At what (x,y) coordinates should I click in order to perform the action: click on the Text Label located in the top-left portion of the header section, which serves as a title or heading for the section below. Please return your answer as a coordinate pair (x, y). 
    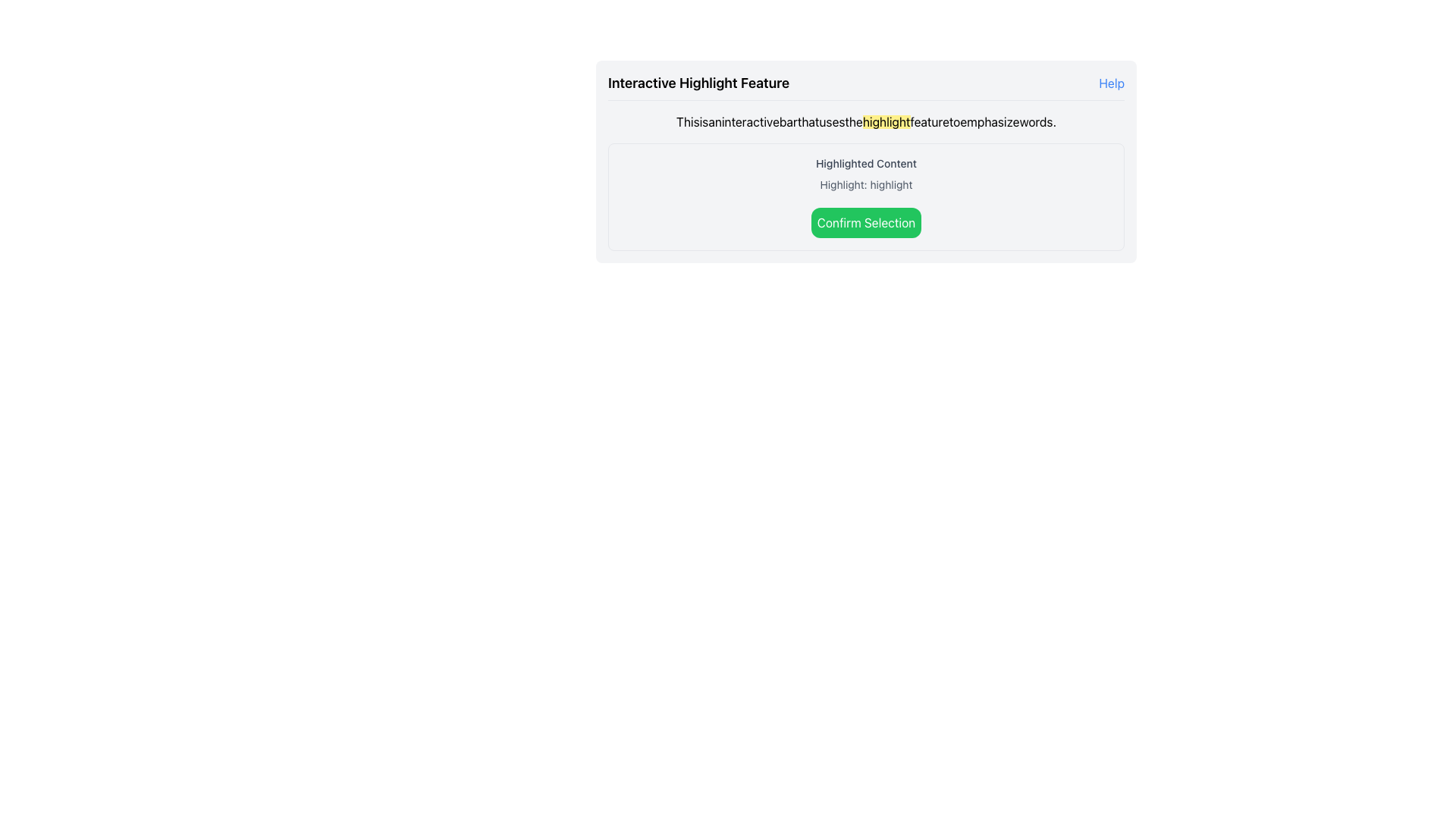
    Looking at the image, I should click on (698, 83).